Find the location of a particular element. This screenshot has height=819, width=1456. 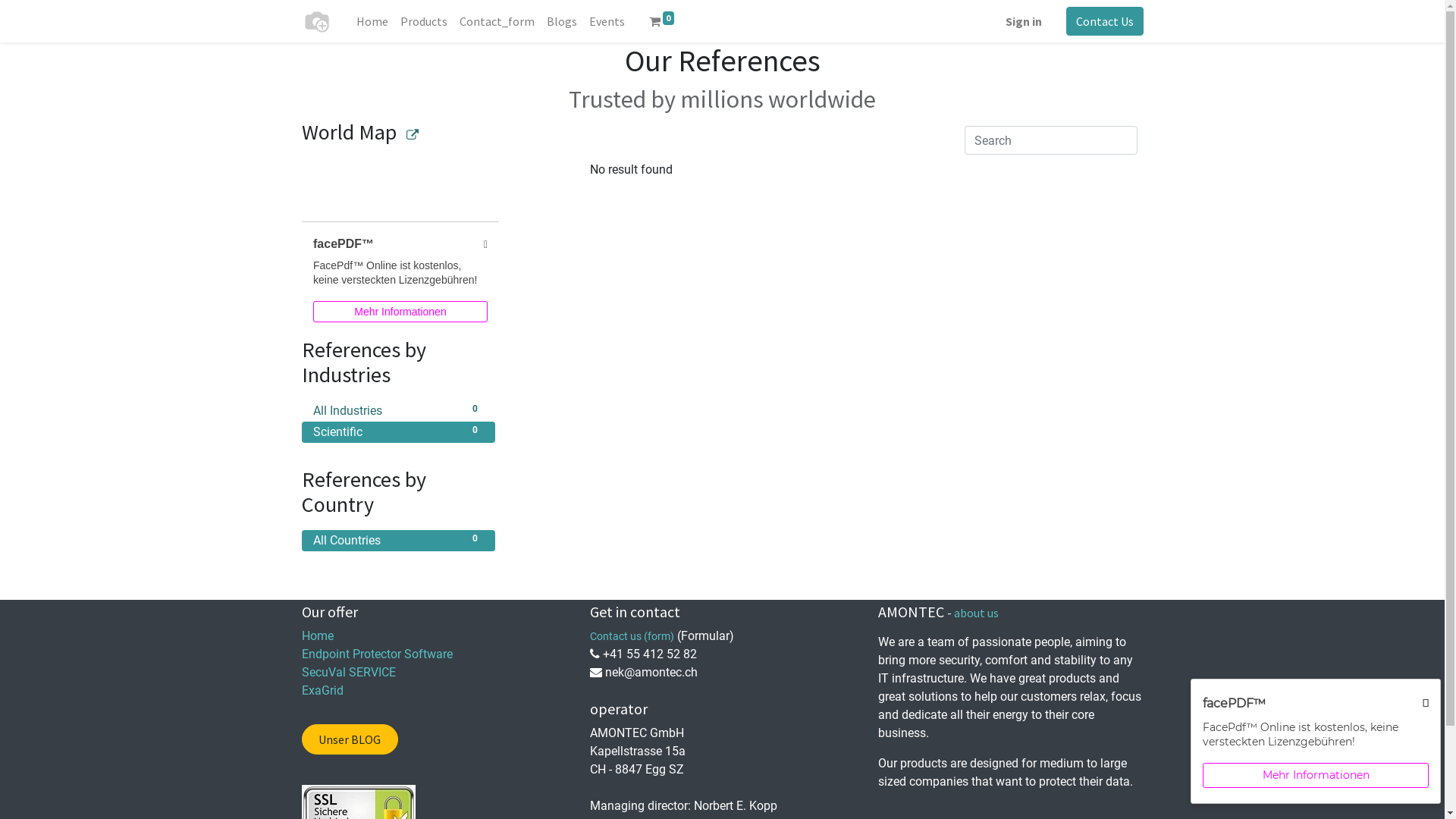

'Events' is located at coordinates (605, 20).